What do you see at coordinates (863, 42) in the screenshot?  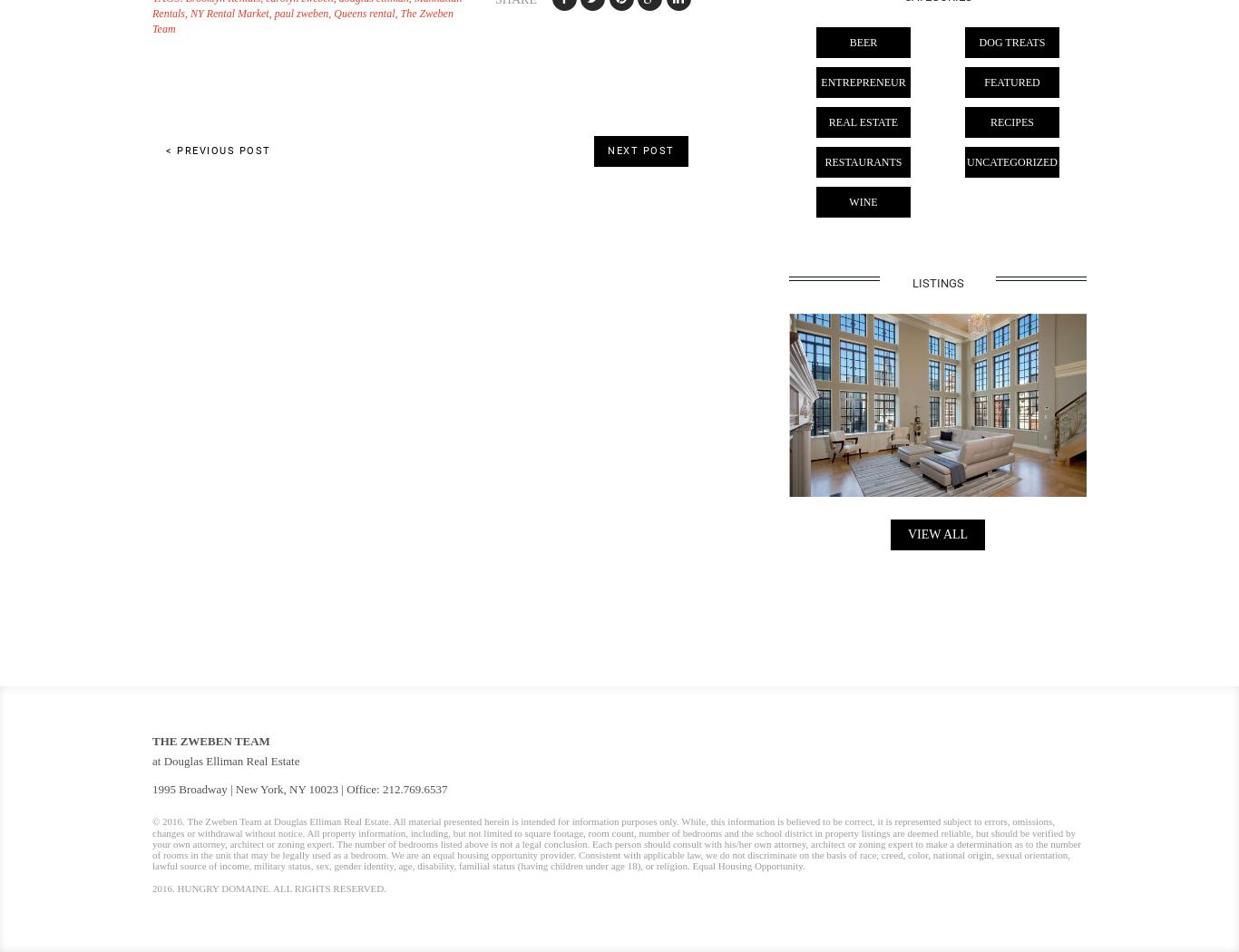 I see `'Beer'` at bounding box center [863, 42].